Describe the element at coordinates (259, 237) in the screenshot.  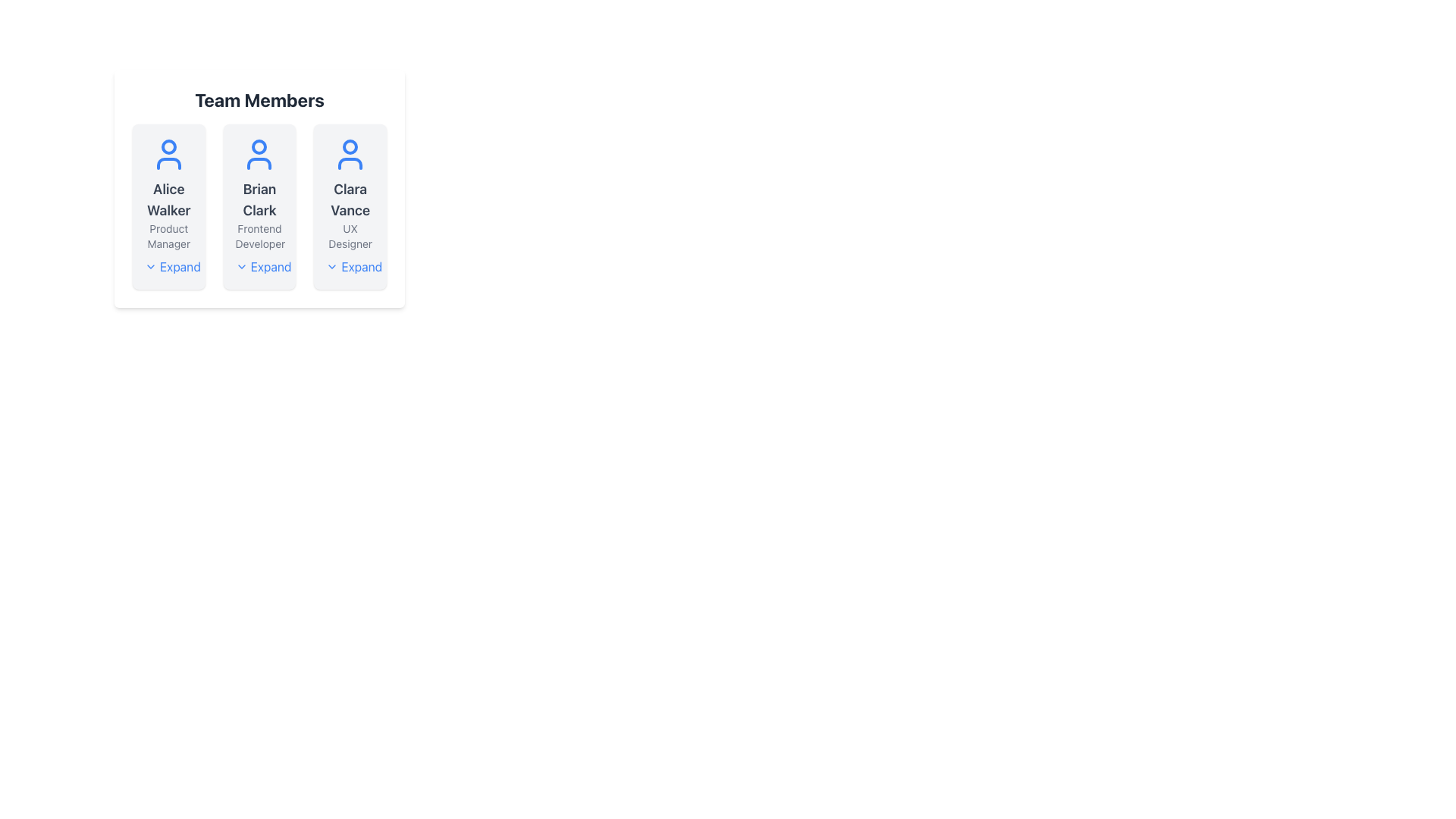
I see `the textual label stating 'Frontend Developer', which is styled in a smaller gray font and positioned centrally within the card for 'Brian Clark', below the name and above the 'Expand' button` at that location.